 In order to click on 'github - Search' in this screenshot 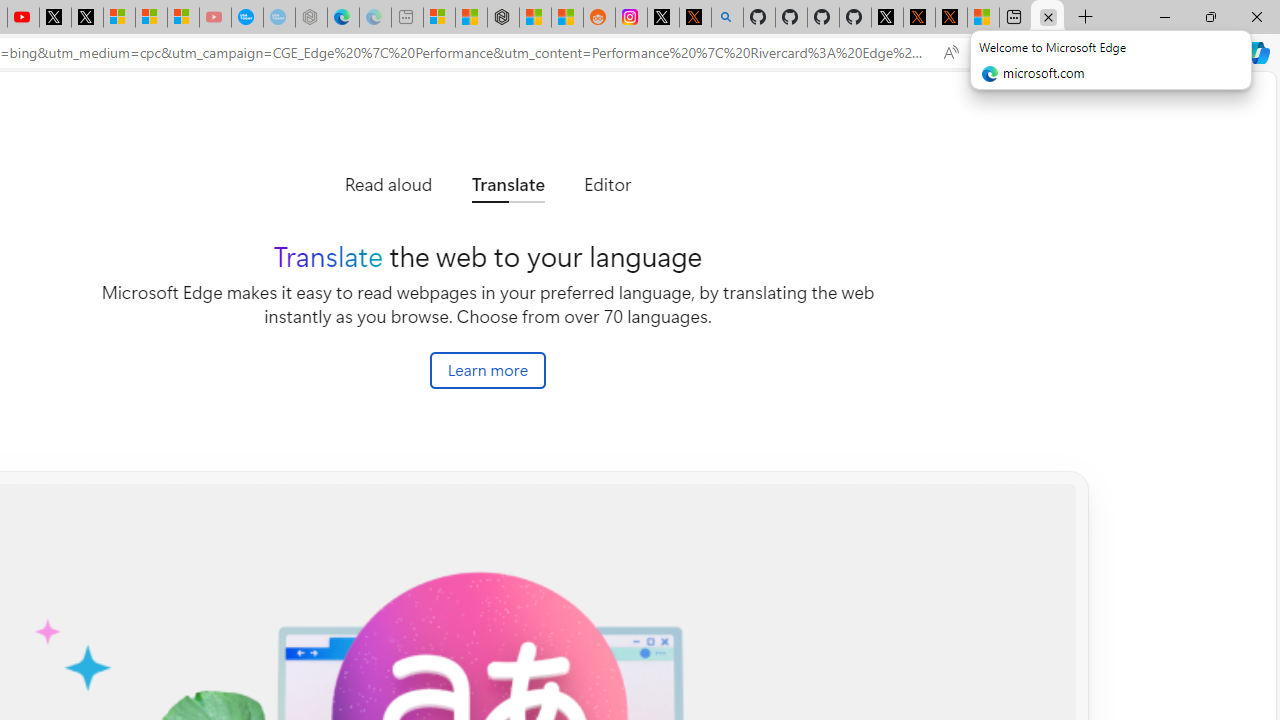, I will do `click(726, 17)`.